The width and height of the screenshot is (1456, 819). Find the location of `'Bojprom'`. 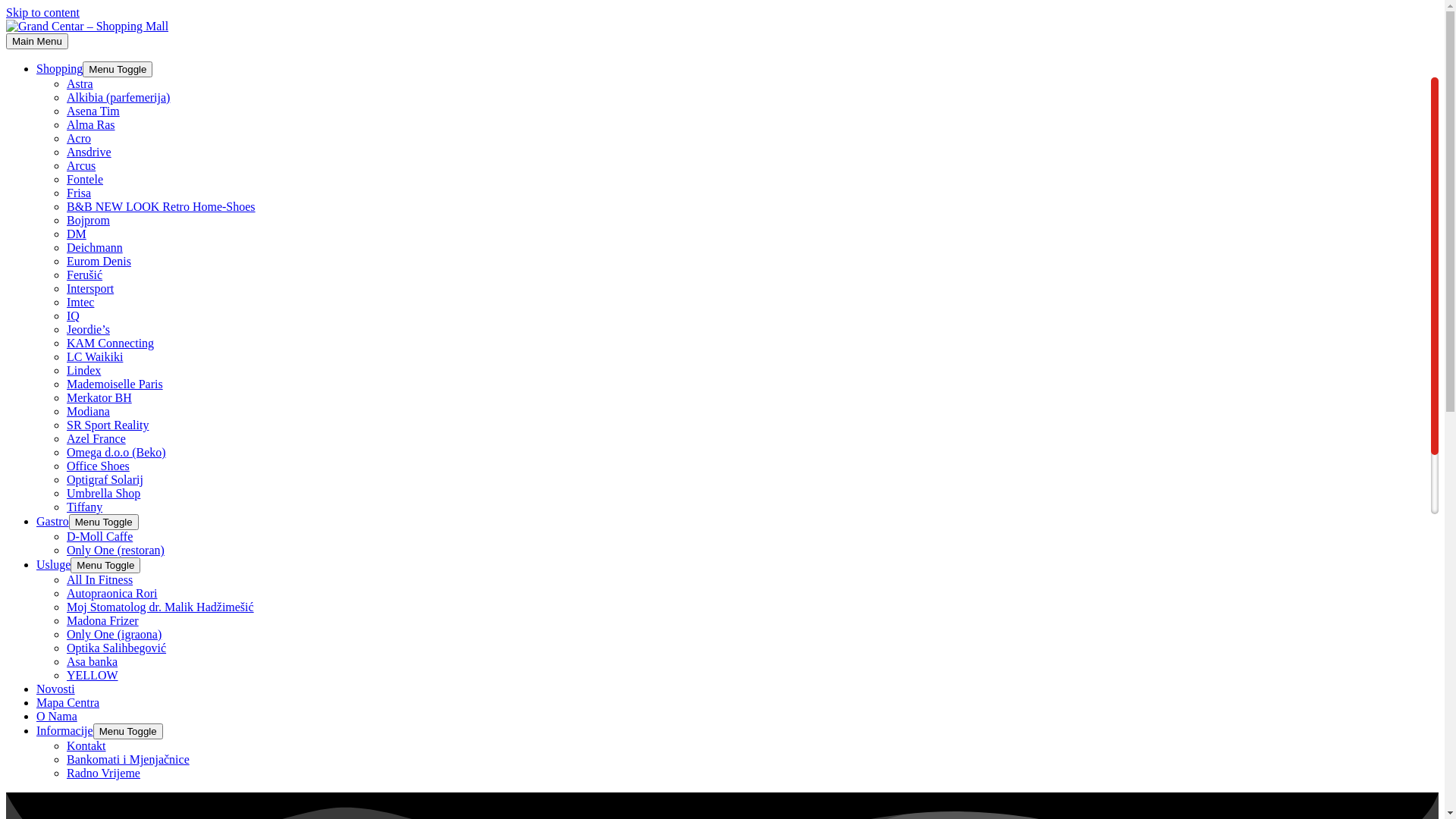

'Bojprom' is located at coordinates (87, 220).